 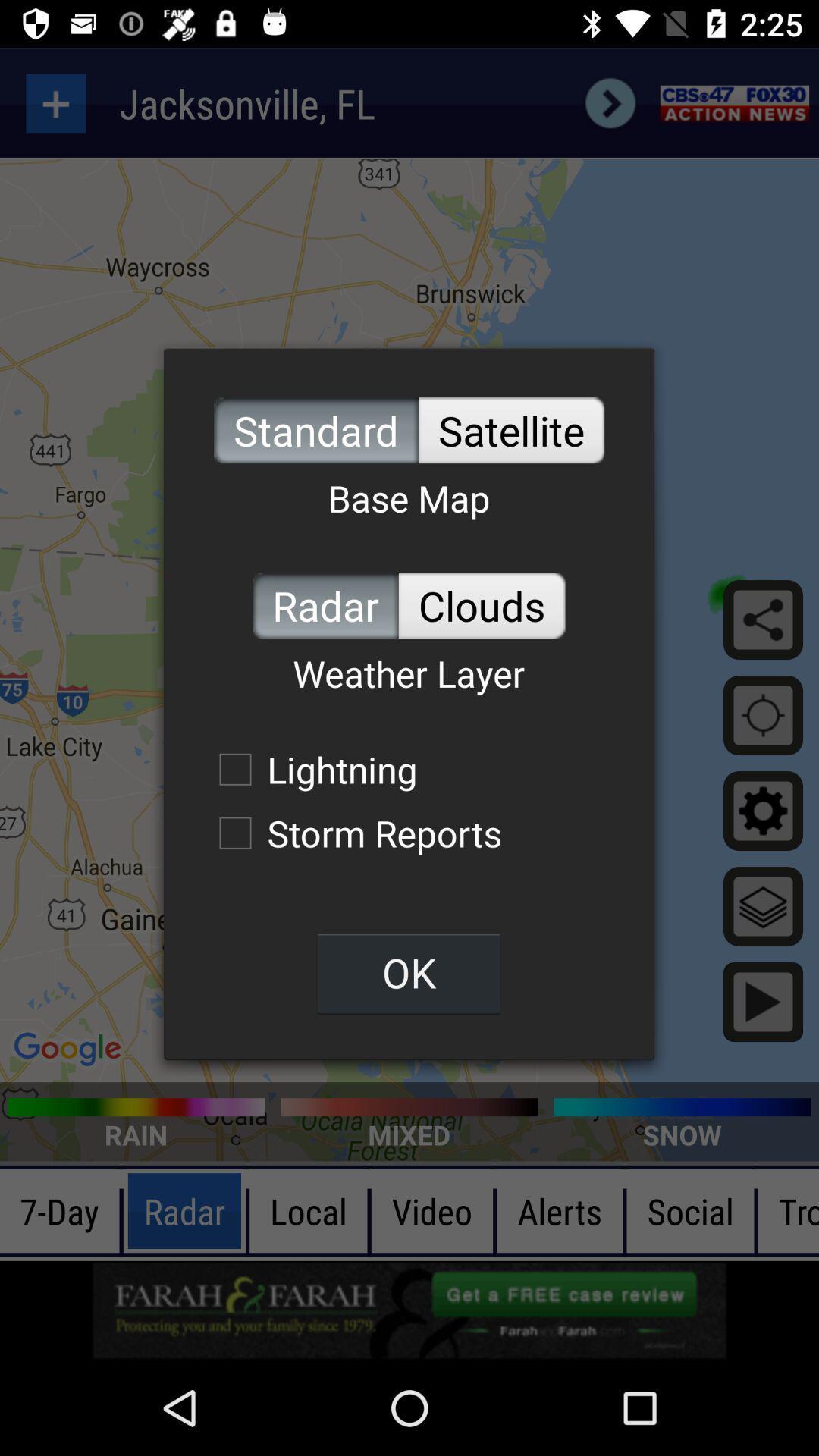 I want to click on the icon above weather layer item, so click(x=325, y=604).